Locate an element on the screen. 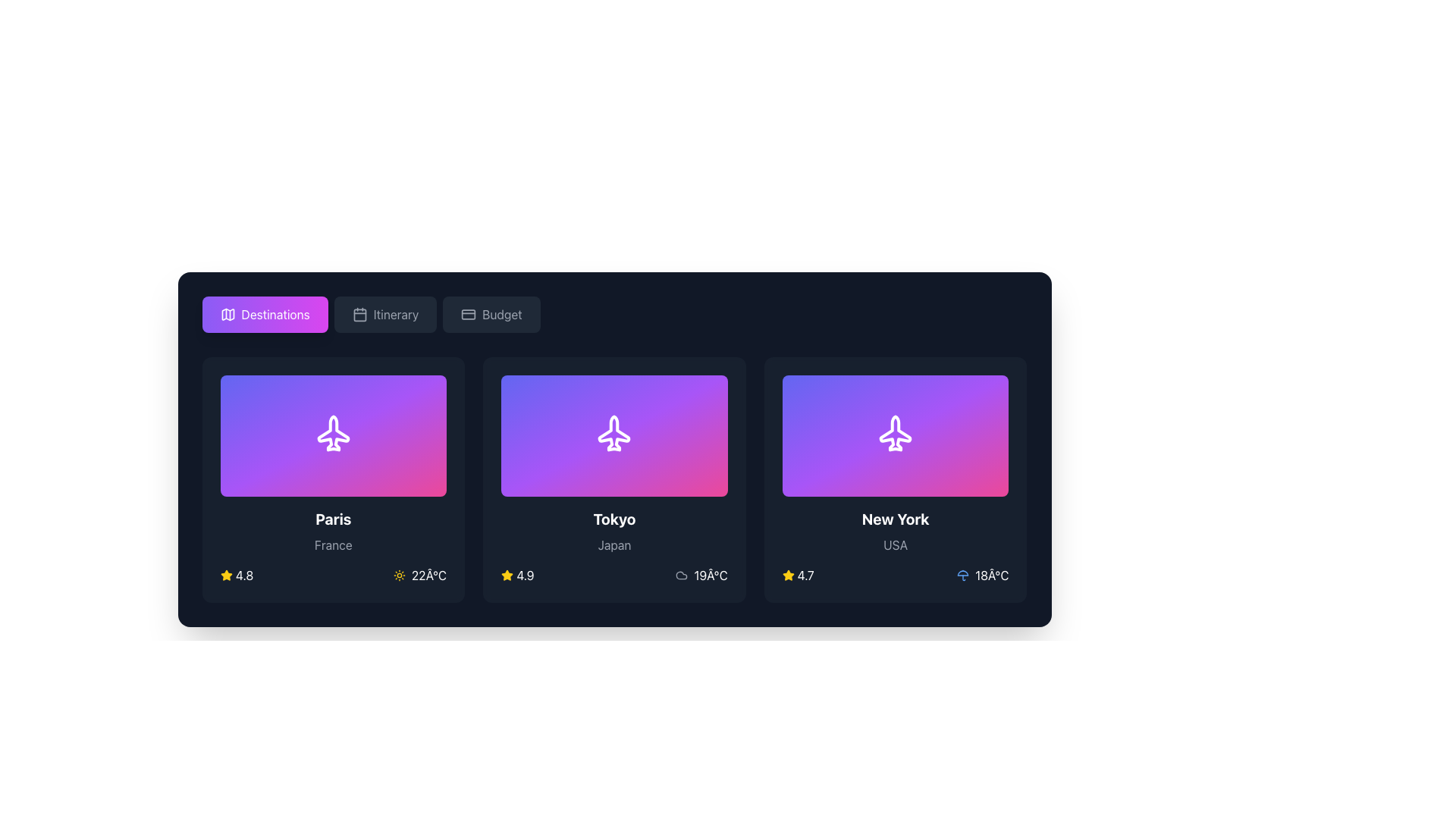  temperature '19°C' and the weather condition displayed next to the gray cloud icon in the informational label for 'Tokyo' is located at coordinates (701, 576).